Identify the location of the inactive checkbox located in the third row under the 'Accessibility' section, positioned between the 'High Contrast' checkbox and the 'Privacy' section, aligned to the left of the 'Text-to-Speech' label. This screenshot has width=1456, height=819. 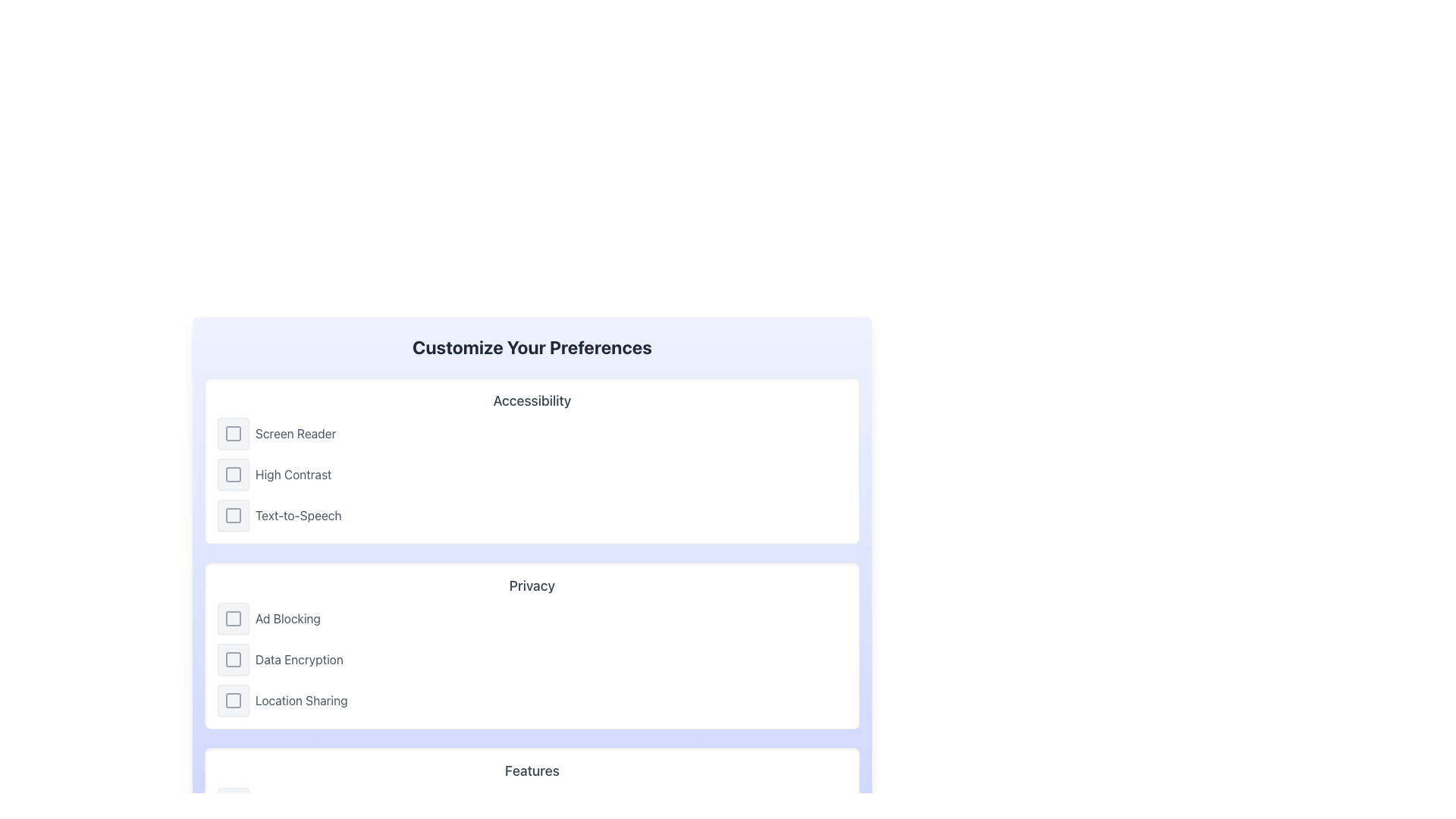
(232, 514).